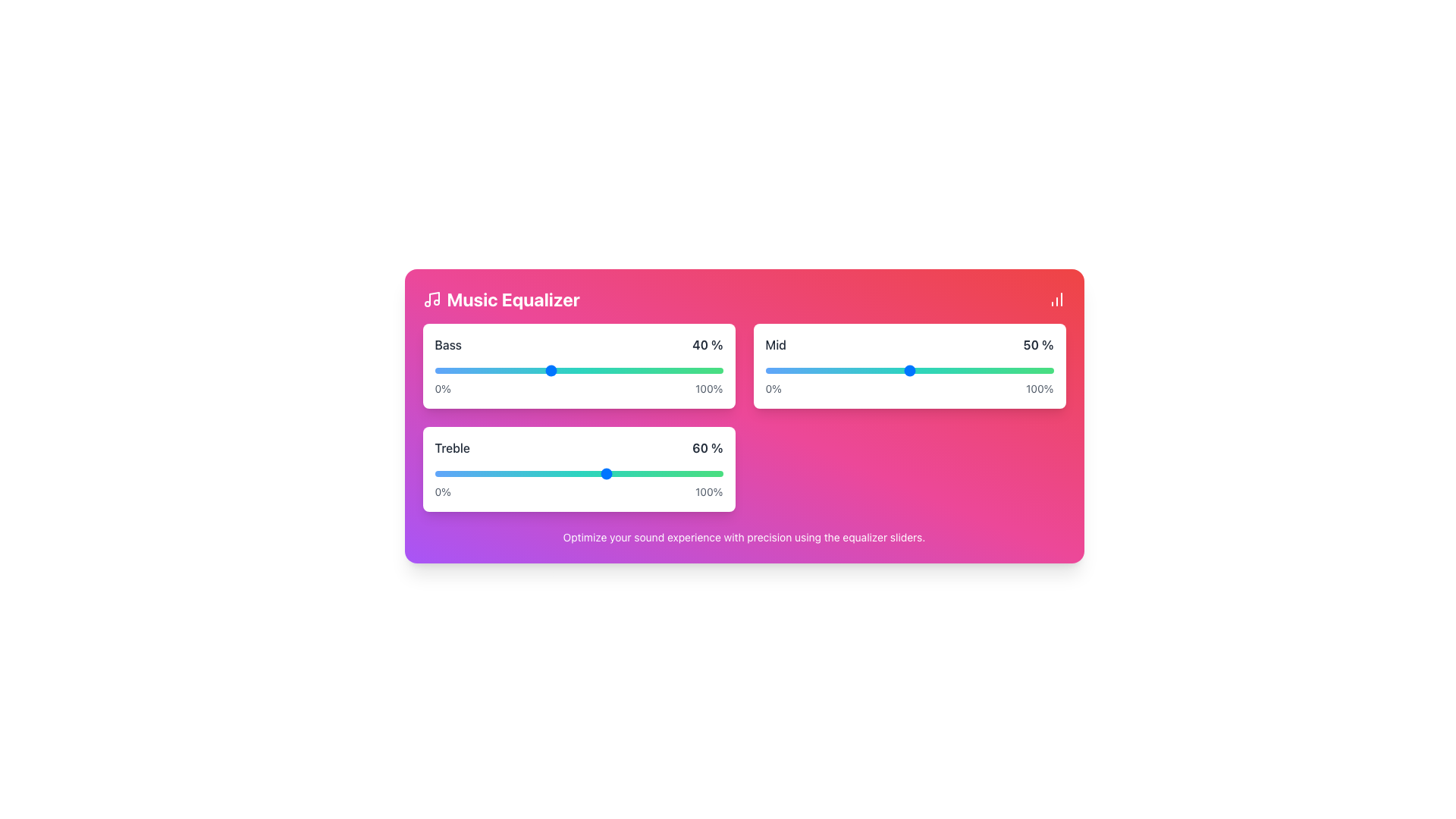  What do you see at coordinates (578, 388) in the screenshot?
I see `the label indicating the range limits of the 'Bass' slider, which displays '0%' and '100%' beneath the 'Bass' slider control in the equalizer interface` at bounding box center [578, 388].